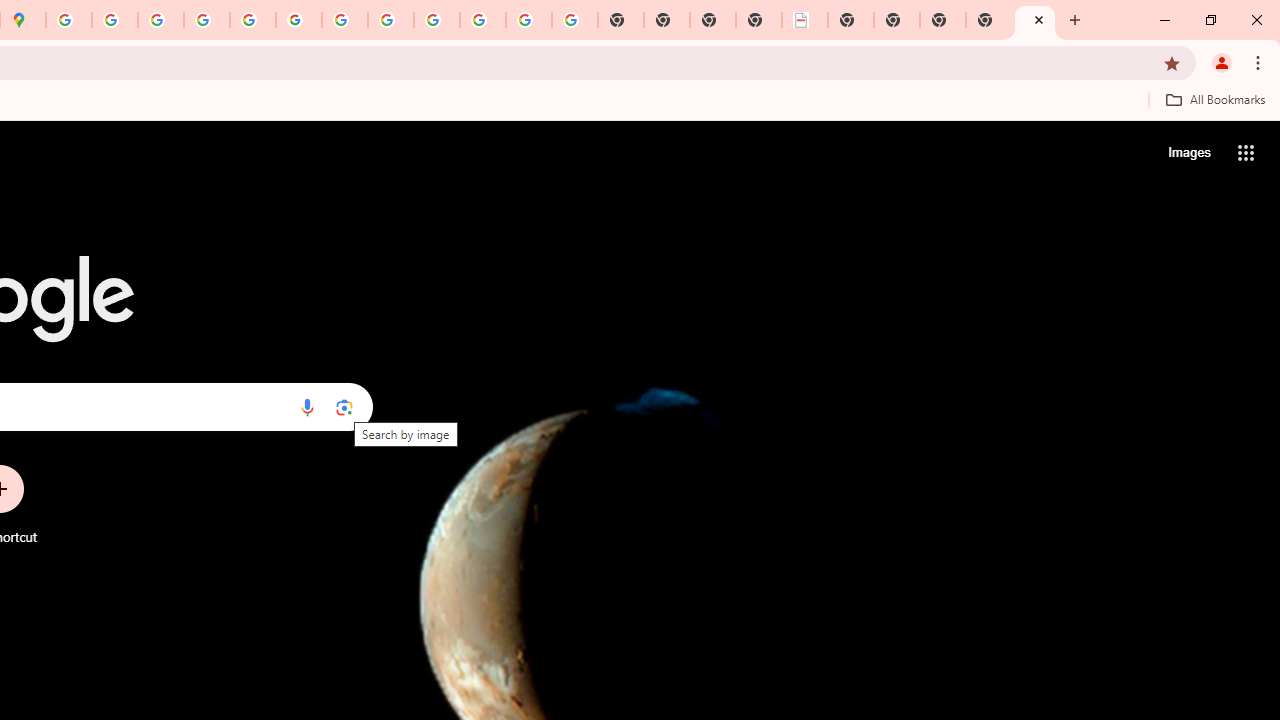 The height and width of the screenshot is (720, 1280). What do you see at coordinates (1035, 20) in the screenshot?
I see `'New Tab'` at bounding box center [1035, 20].